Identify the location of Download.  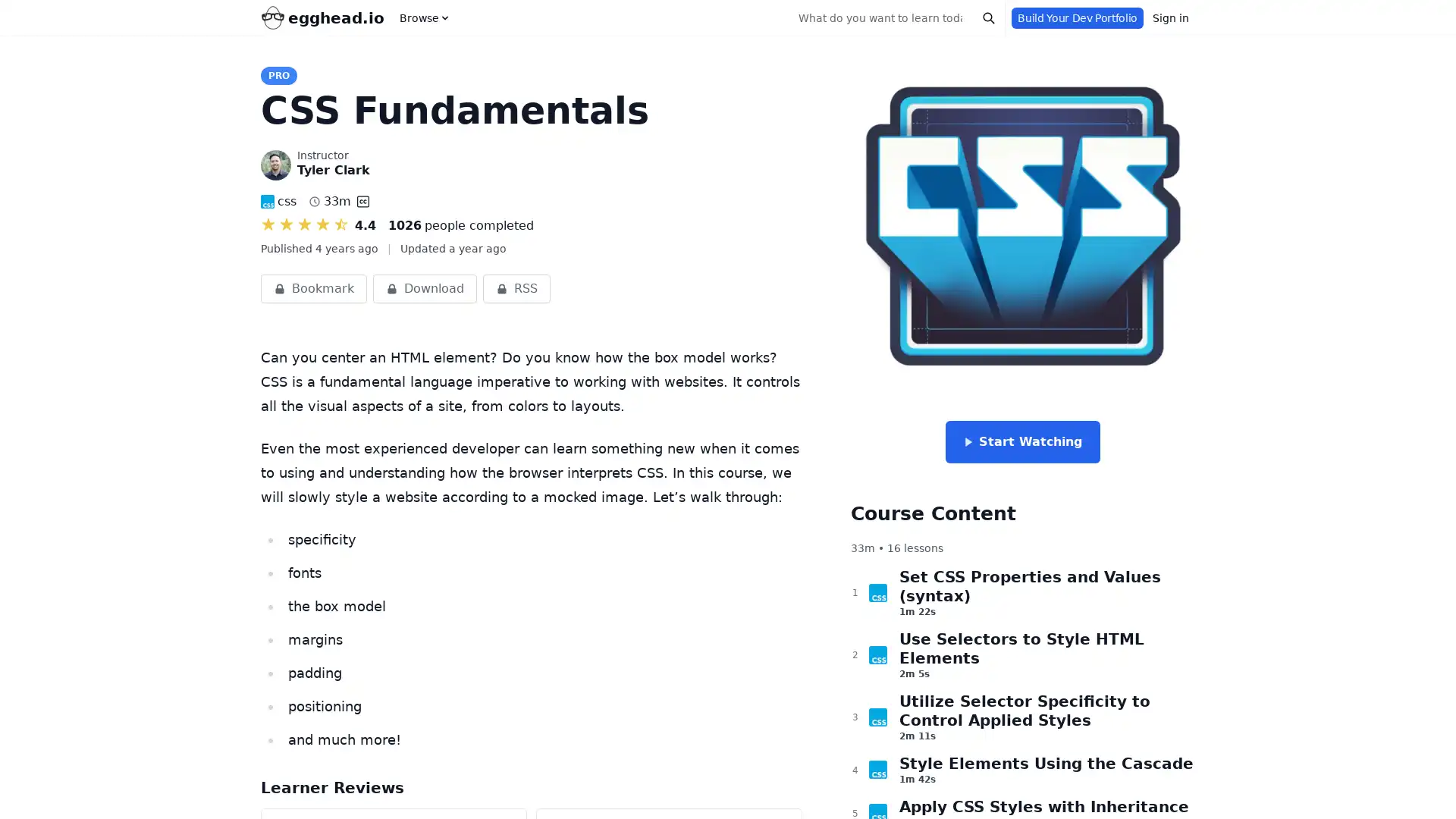
(425, 288).